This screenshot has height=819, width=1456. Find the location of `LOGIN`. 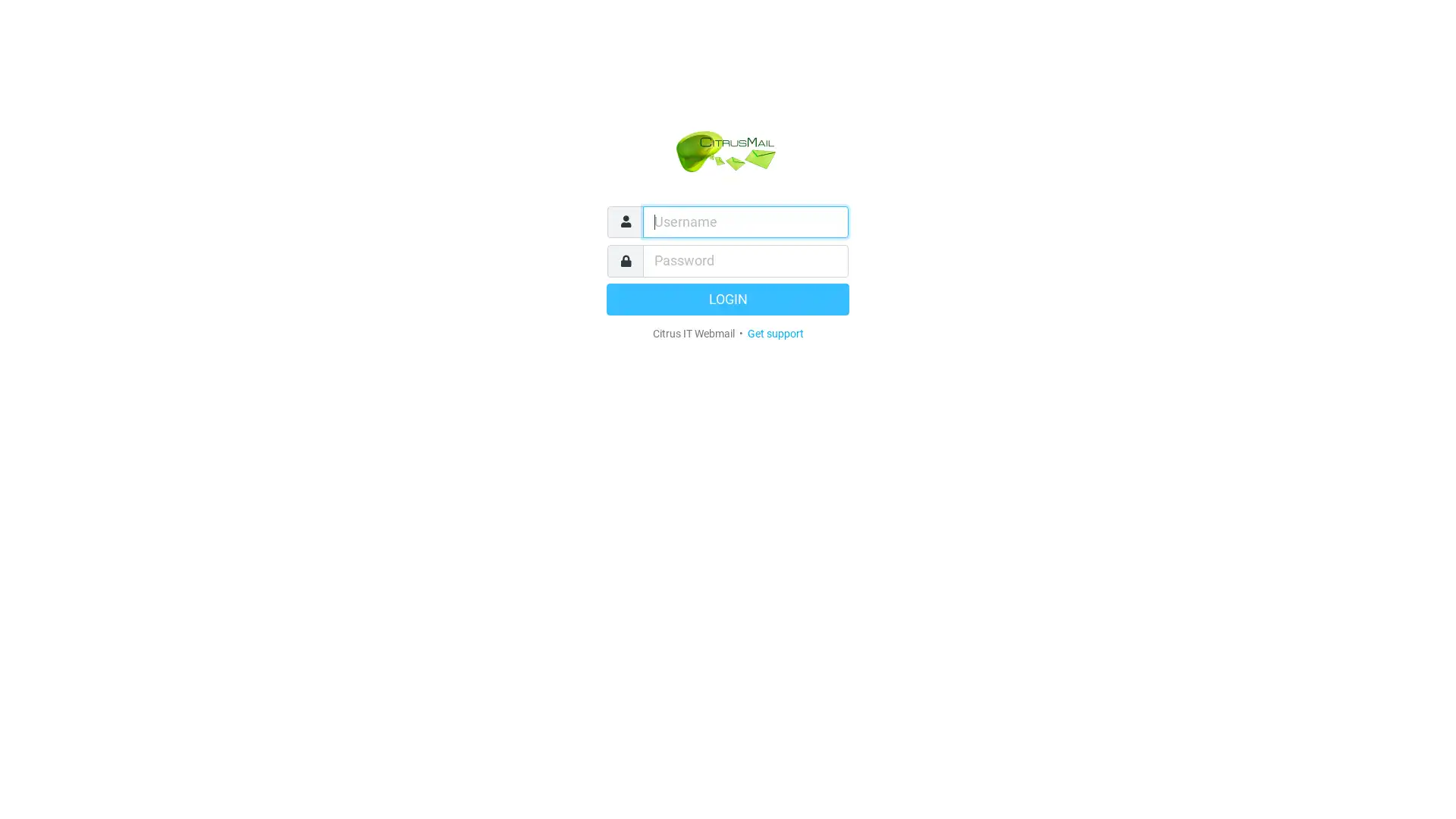

LOGIN is located at coordinates (728, 298).